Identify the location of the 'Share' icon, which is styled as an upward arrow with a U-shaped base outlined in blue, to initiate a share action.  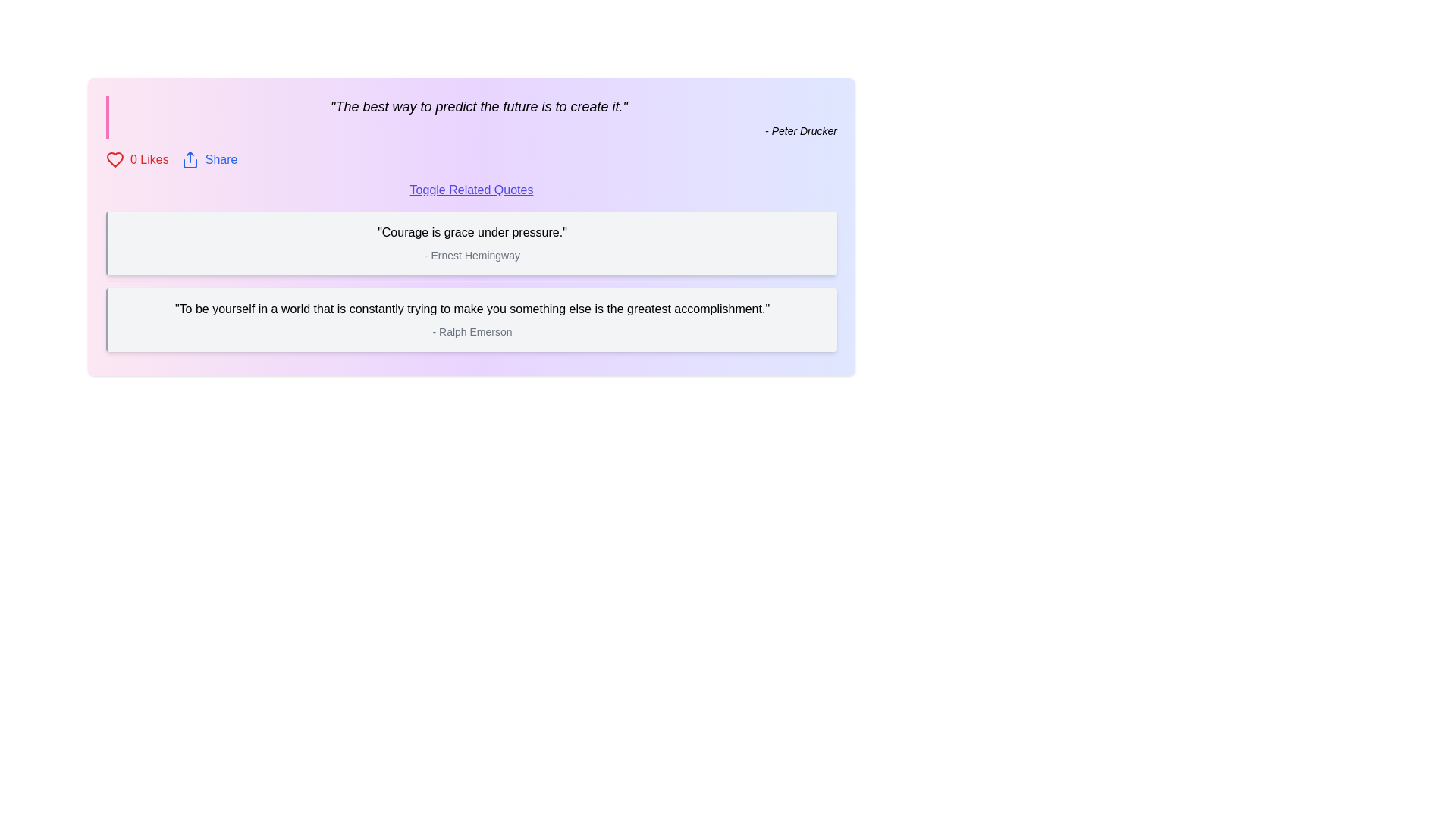
(189, 160).